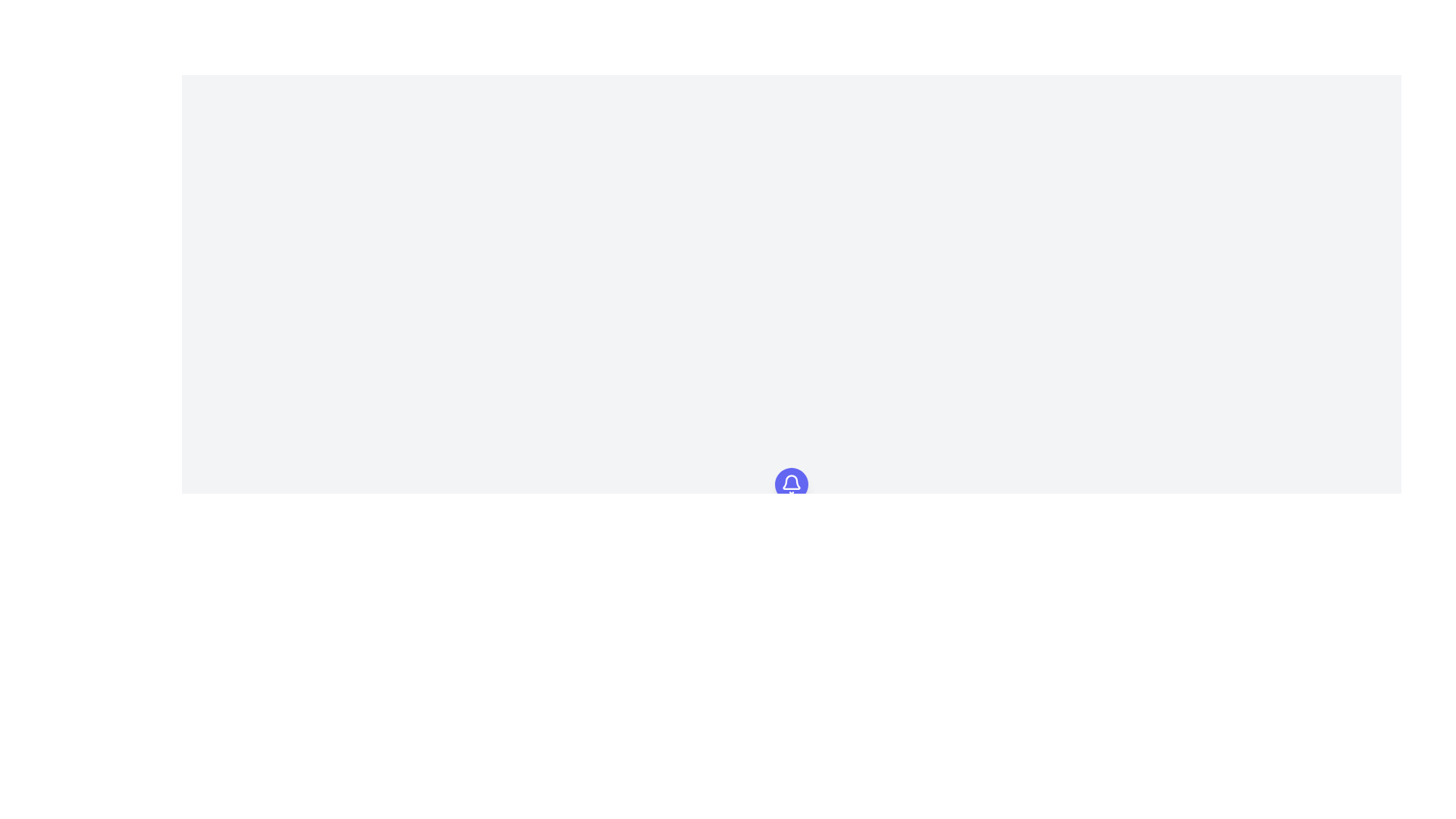 The width and height of the screenshot is (1456, 819). Describe the element at coordinates (790, 485) in the screenshot. I see `the circular button with a bell icon, which has a blue background and is positioned near the top center of the page` at that location.